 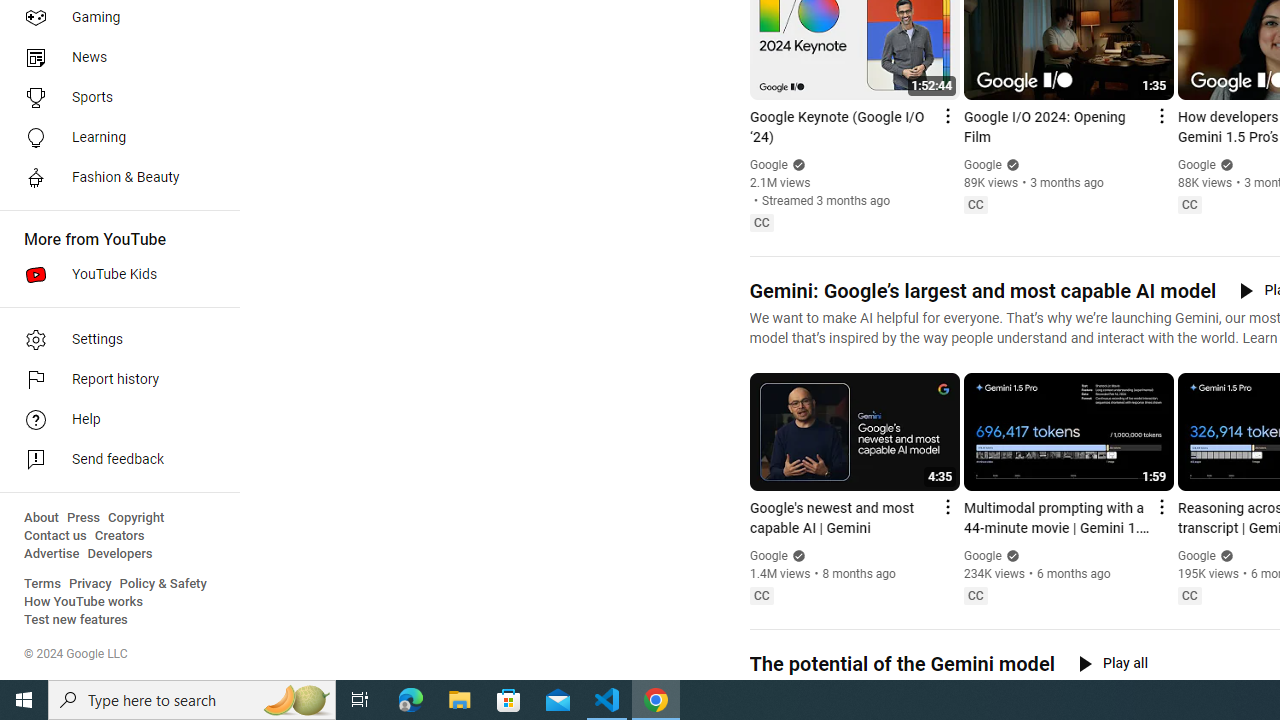 What do you see at coordinates (112, 380) in the screenshot?
I see `'Report history'` at bounding box center [112, 380].